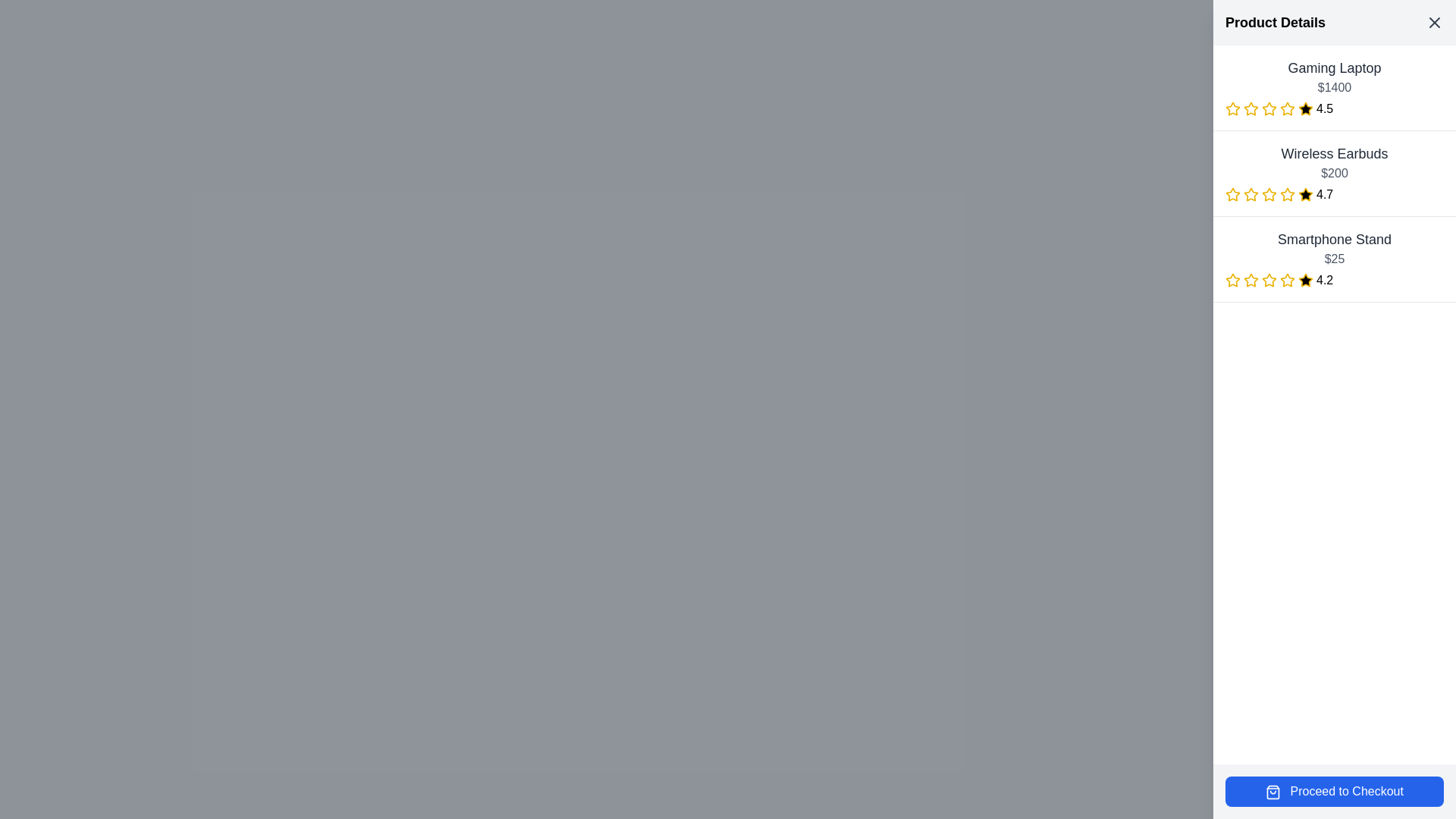 The width and height of the screenshot is (1456, 819). Describe the element at coordinates (1269, 194) in the screenshot. I see `the fourth star icon in the five-star rating system for the product 'Wireless Earbuds' to assess the indicated rating level` at that location.